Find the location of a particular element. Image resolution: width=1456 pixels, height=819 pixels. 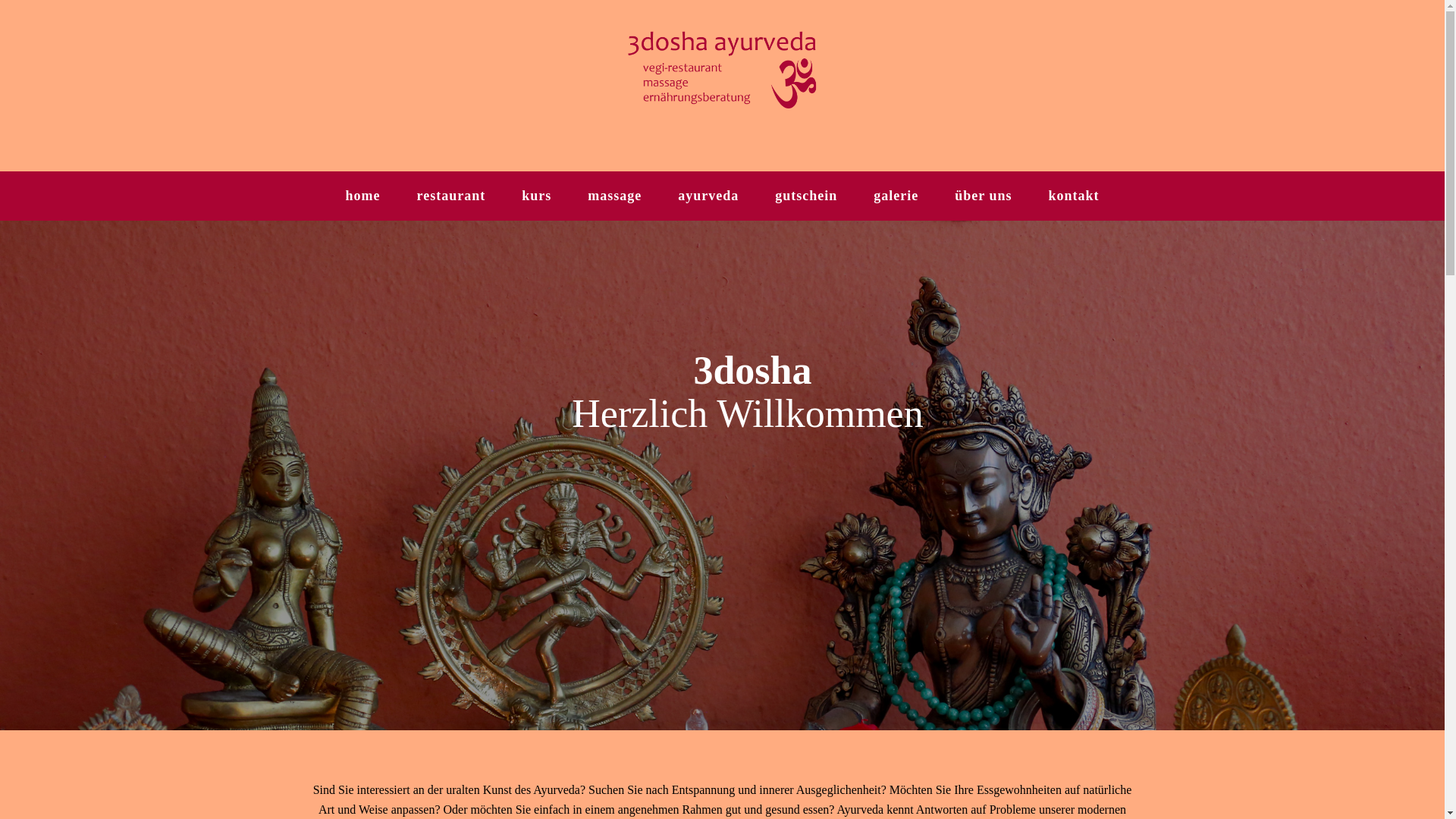

'home' is located at coordinates (362, 195).